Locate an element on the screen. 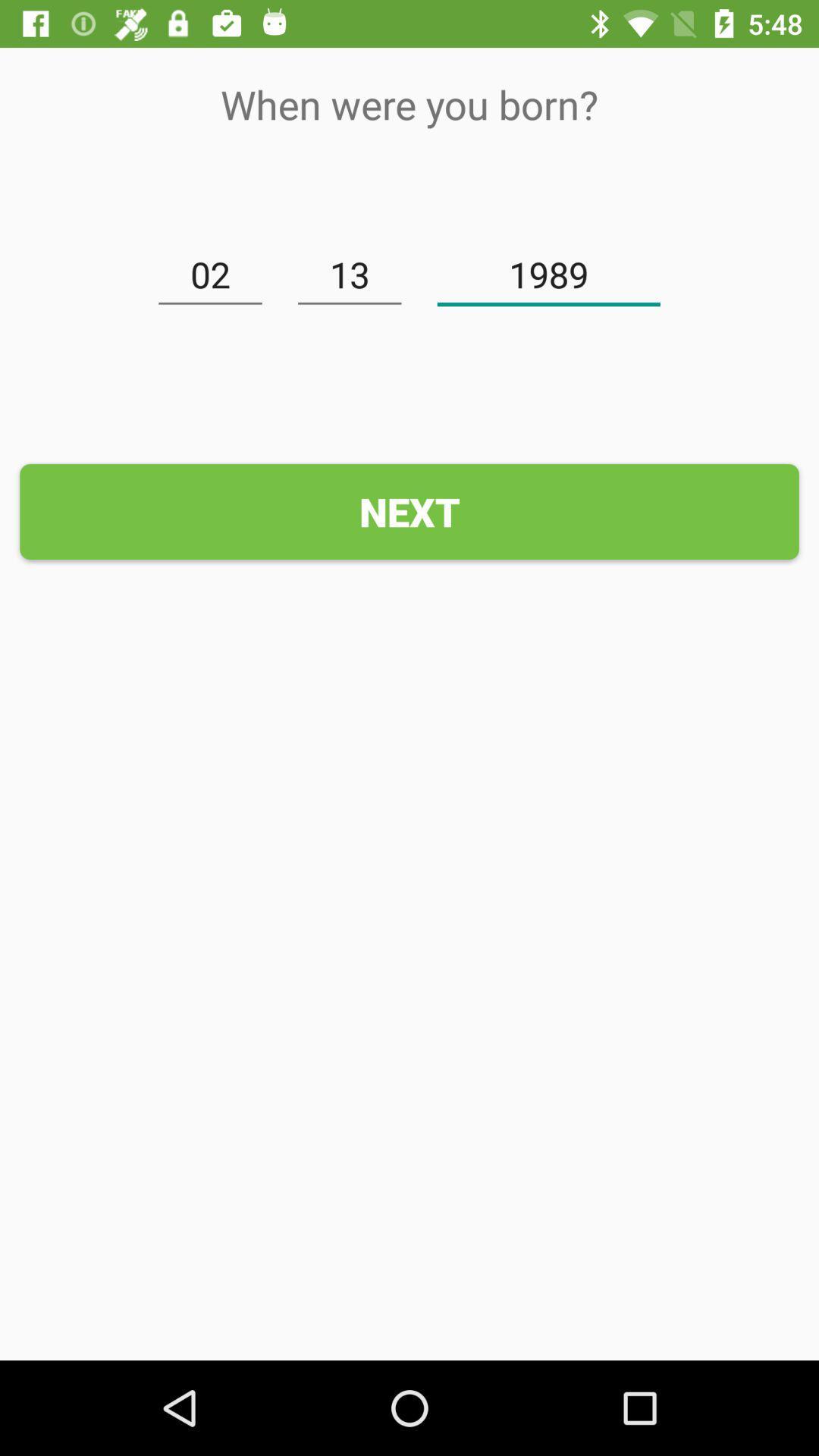  icon to the left of the 13 item is located at coordinates (210, 275).